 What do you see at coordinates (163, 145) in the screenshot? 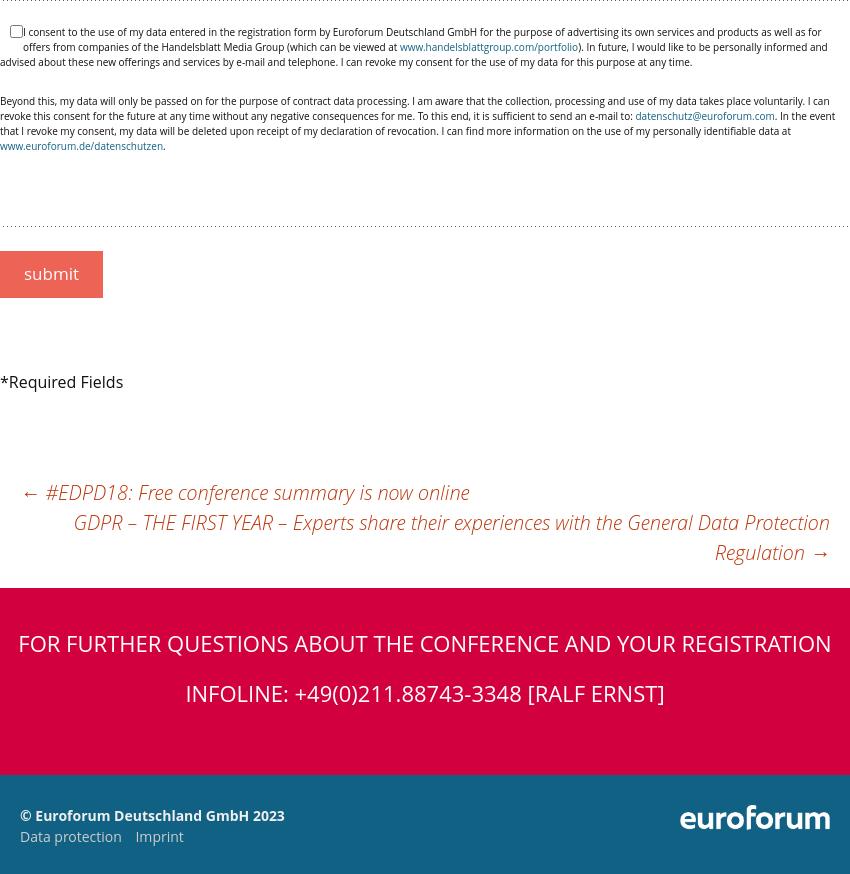
I see `'.'` at bounding box center [163, 145].